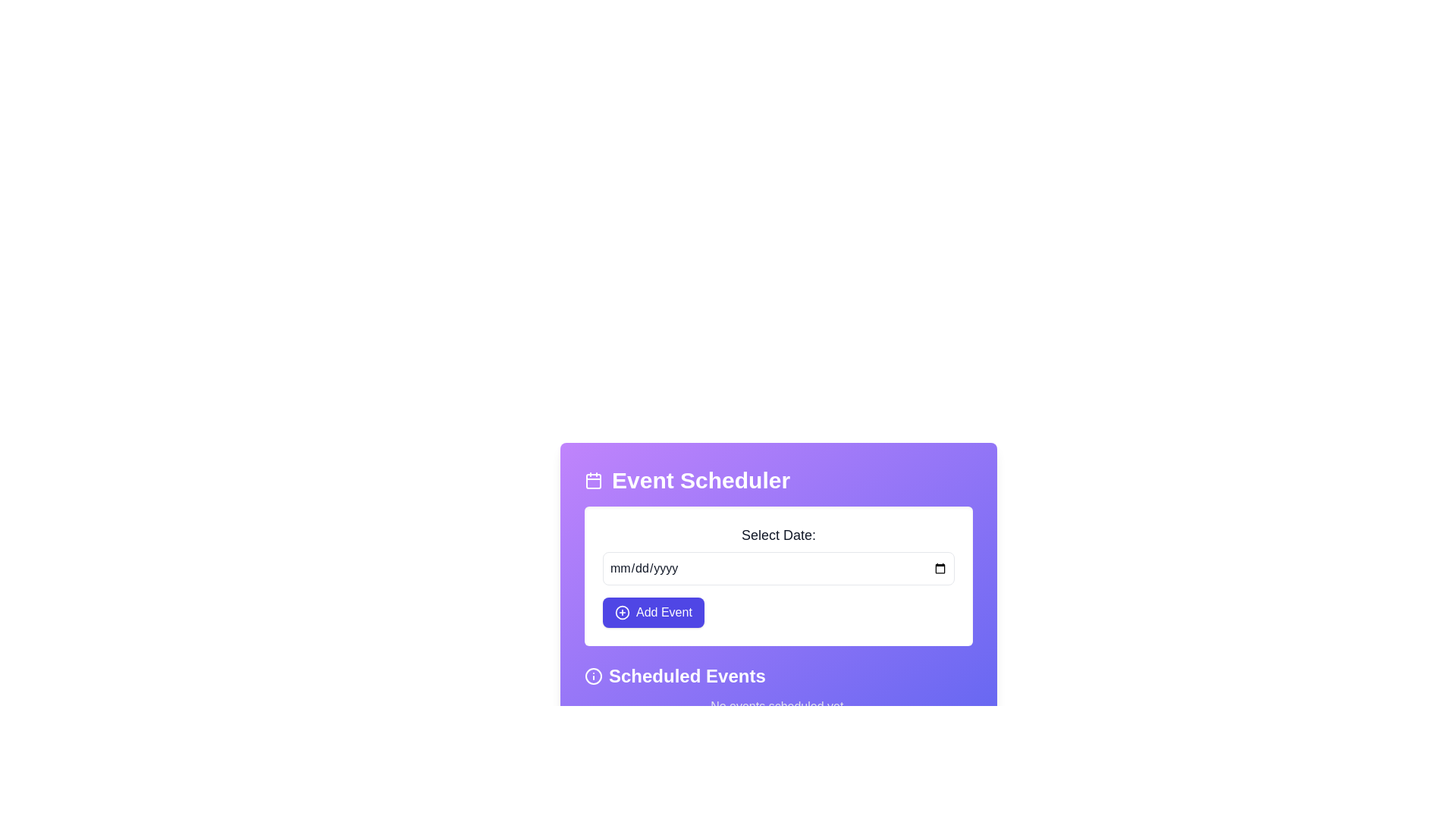 Image resolution: width=1456 pixels, height=819 pixels. I want to click on the rounded rectangle element located within the purple calendar icon to the left of the 'Event Scheduler' title, so click(592, 482).